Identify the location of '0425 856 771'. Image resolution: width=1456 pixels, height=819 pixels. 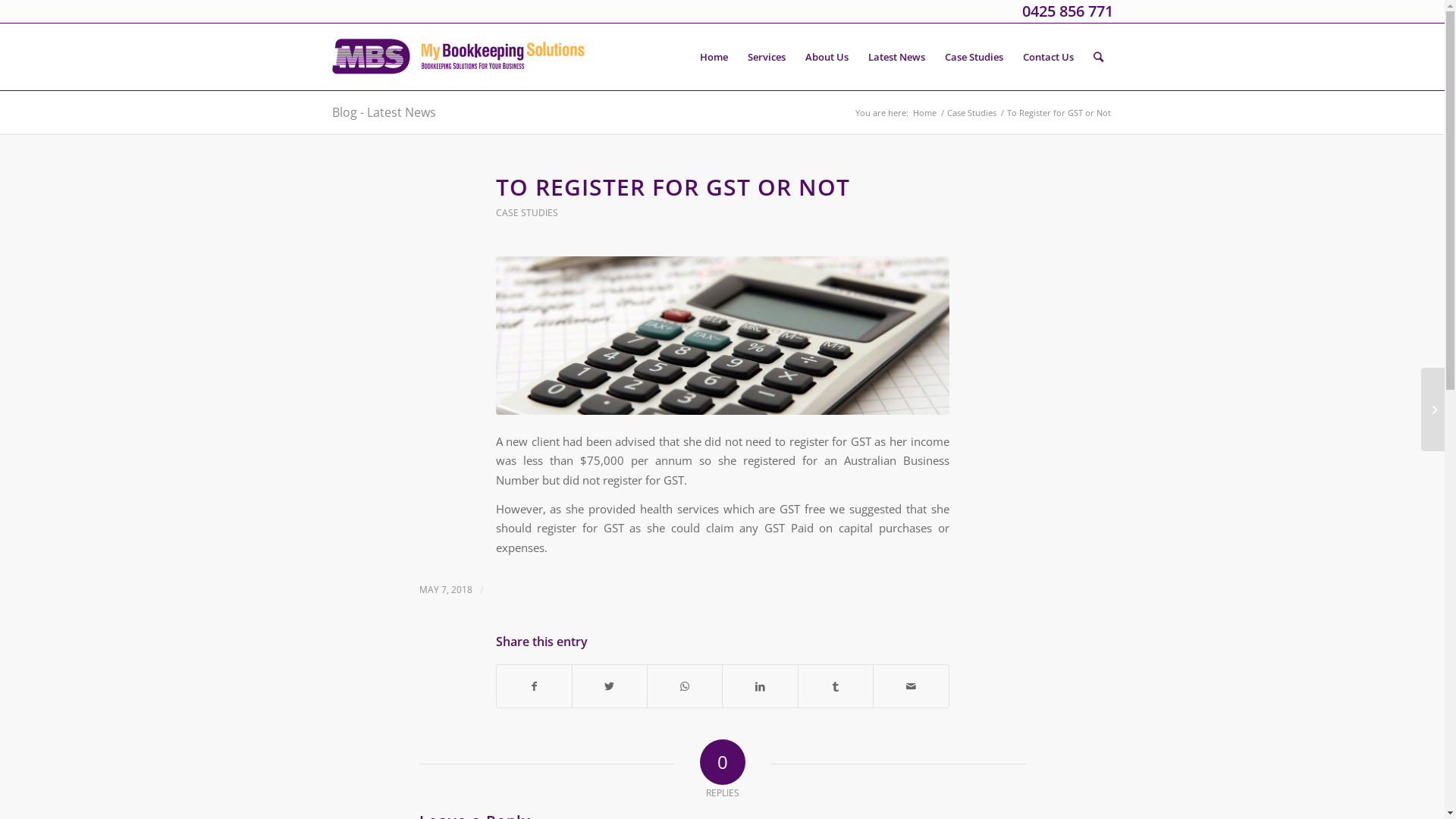
(1022, 11).